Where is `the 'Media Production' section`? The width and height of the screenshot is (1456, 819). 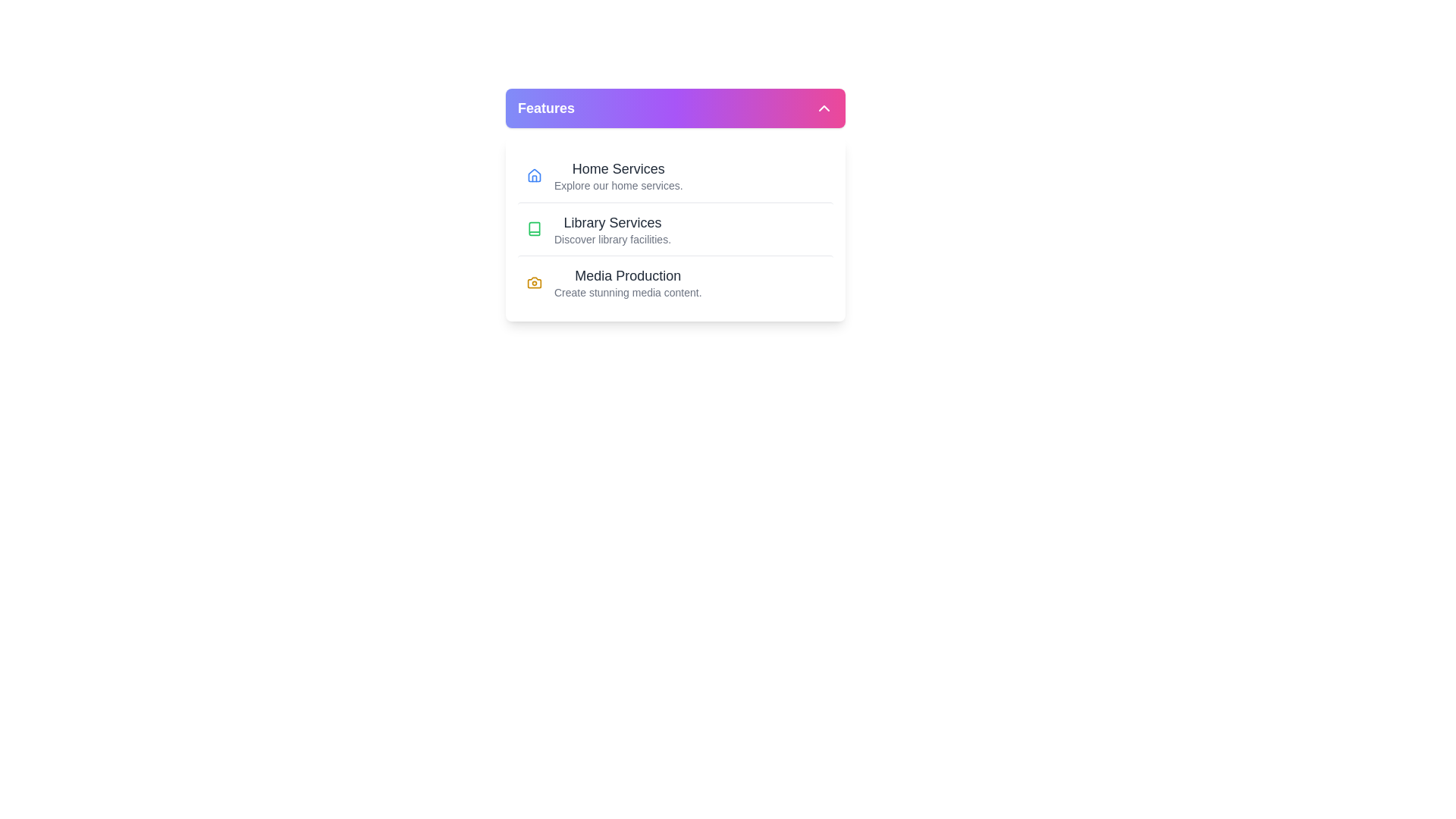 the 'Media Production' section is located at coordinates (675, 281).